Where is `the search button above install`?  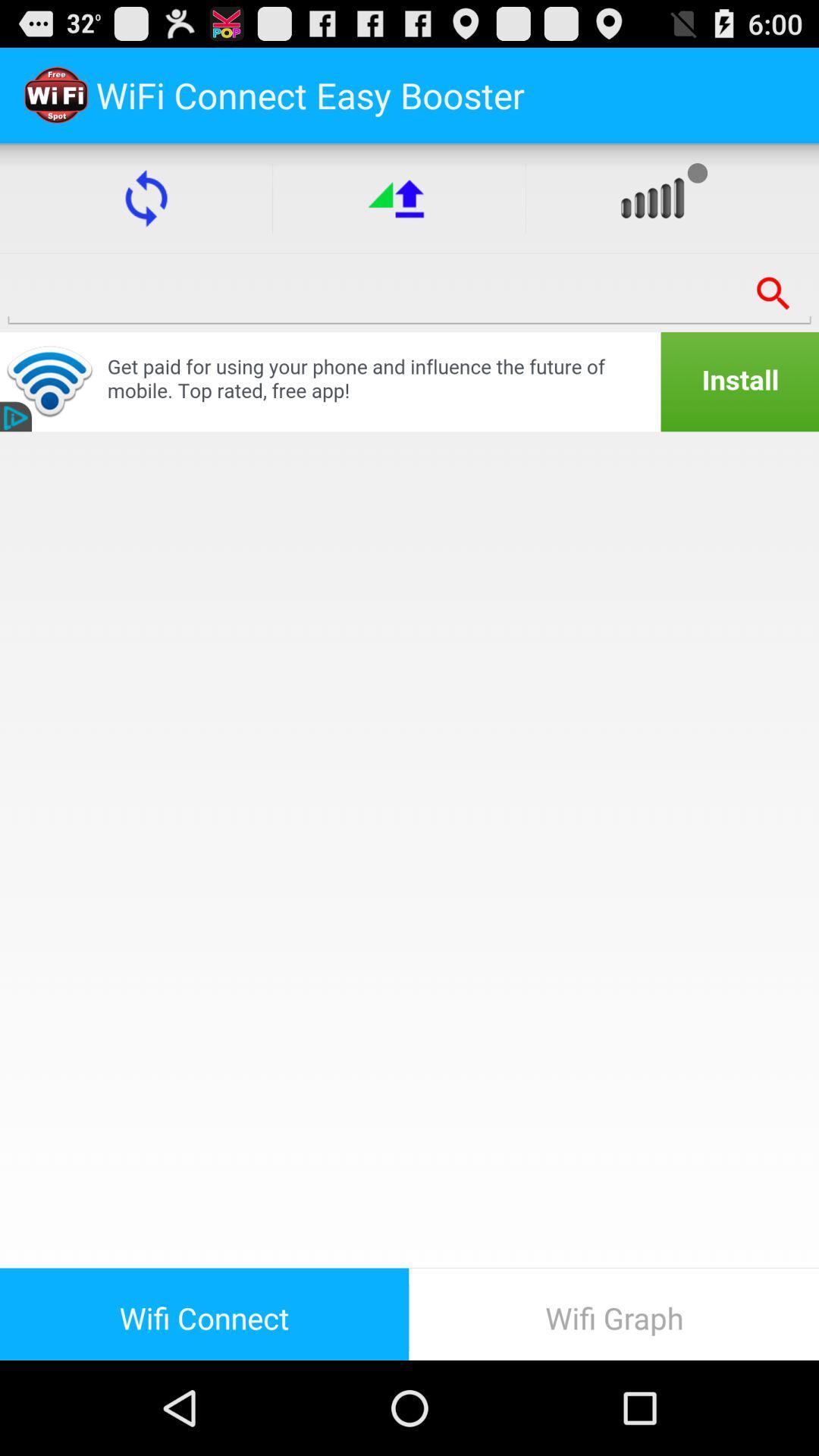 the search button above install is located at coordinates (774, 292).